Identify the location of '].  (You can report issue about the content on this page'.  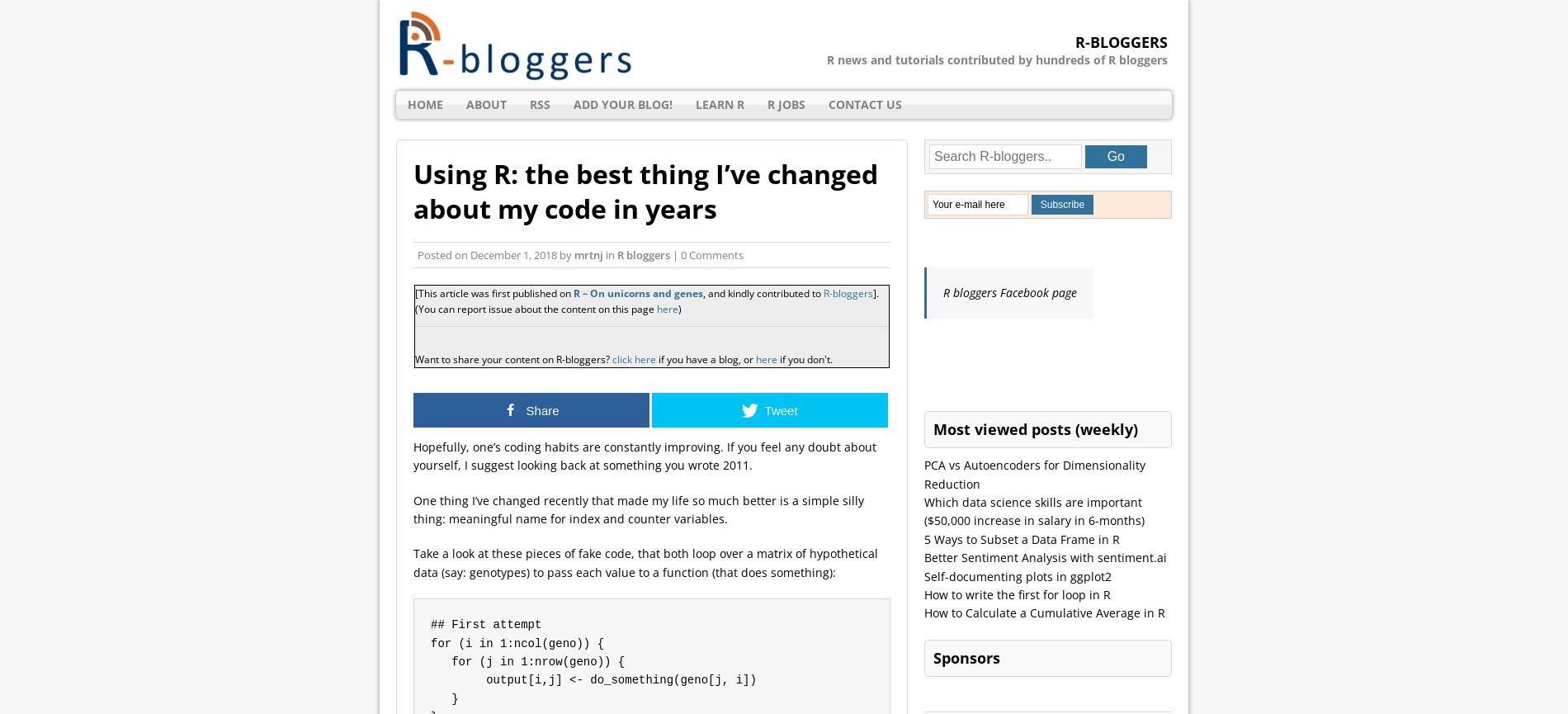
(645, 301).